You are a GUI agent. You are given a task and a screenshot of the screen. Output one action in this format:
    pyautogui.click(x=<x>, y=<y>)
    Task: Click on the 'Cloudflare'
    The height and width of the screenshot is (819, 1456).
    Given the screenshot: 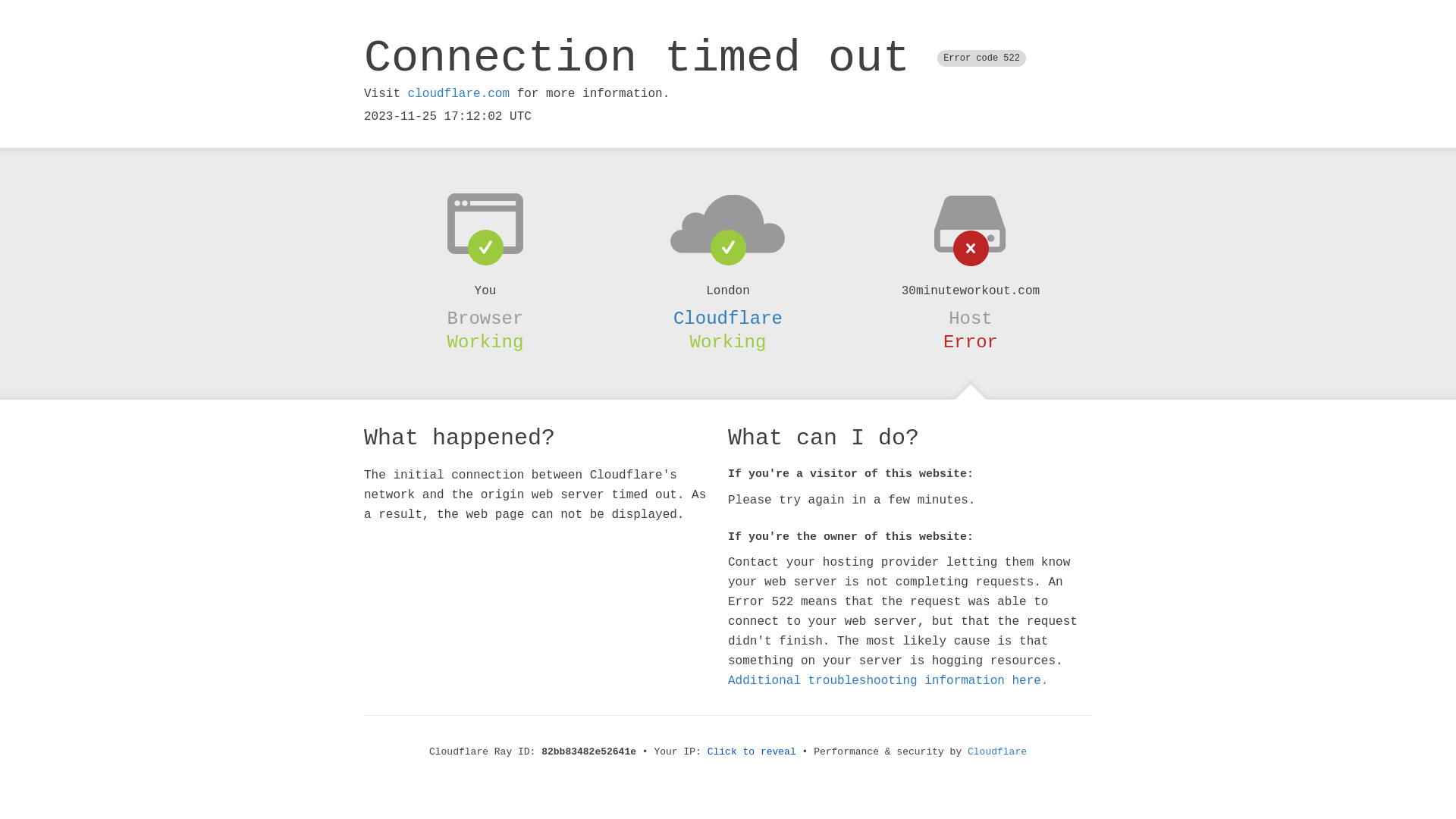 What is the action you would take?
    pyautogui.click(x=997, y=752)
    